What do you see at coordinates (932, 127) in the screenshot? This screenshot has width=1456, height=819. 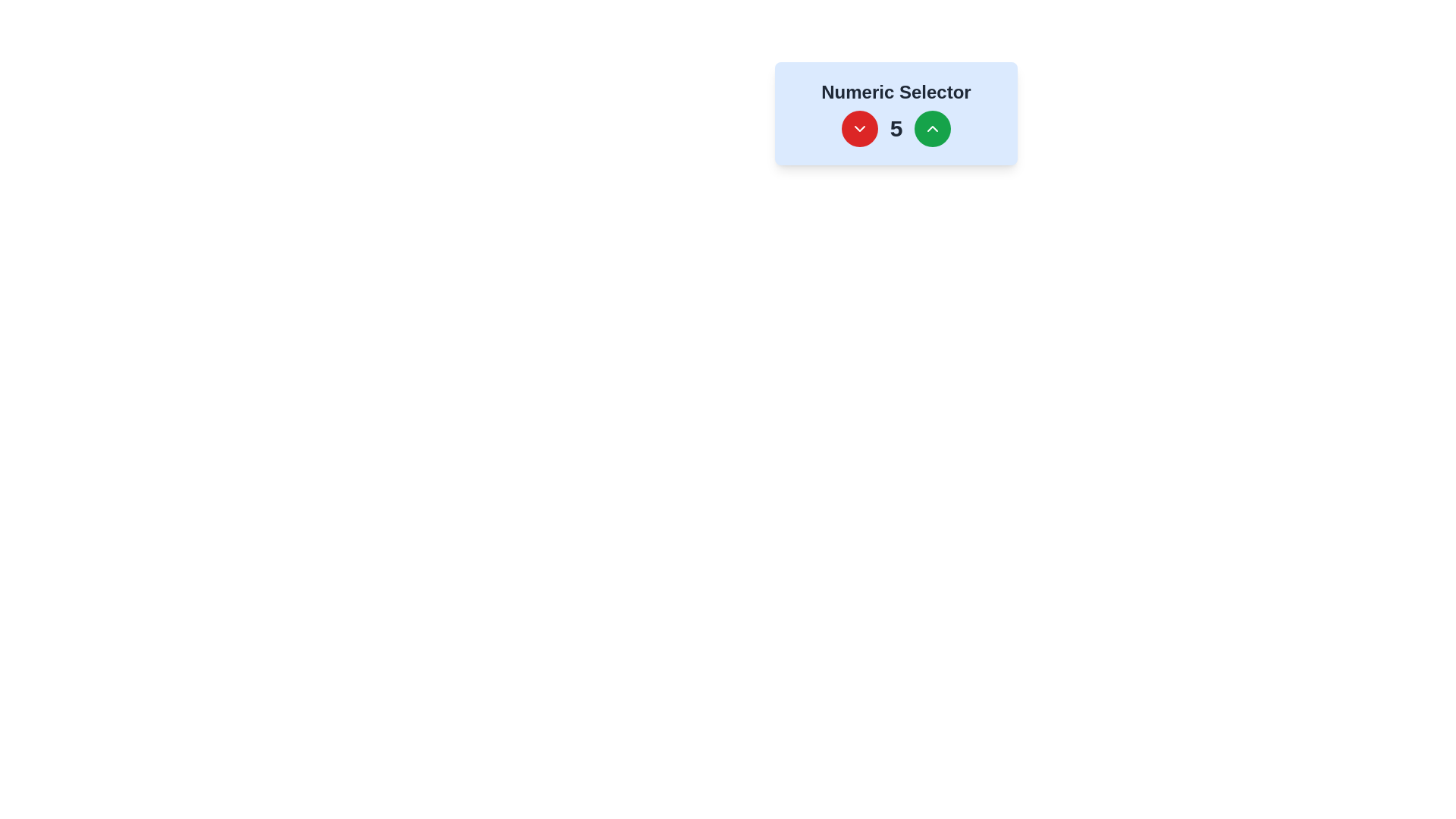 I see `the green circular button with a white upward-pointing arrow to change its color to a darker green` at bounding box center [932, 127].